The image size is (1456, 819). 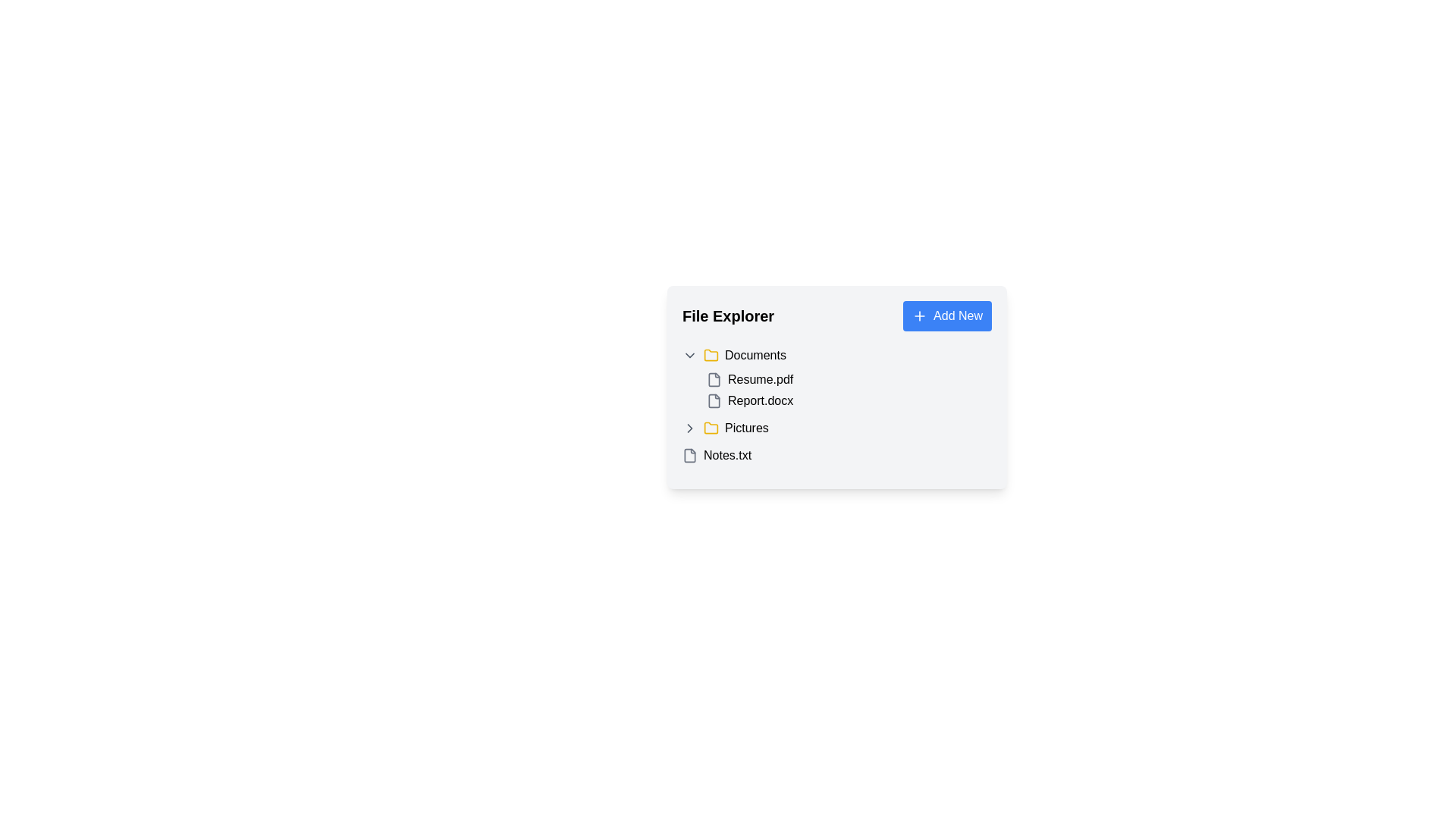 I want to click on the small yellow folder icon located adjacent to the 'Documents' label, so click(x=710, y=356).